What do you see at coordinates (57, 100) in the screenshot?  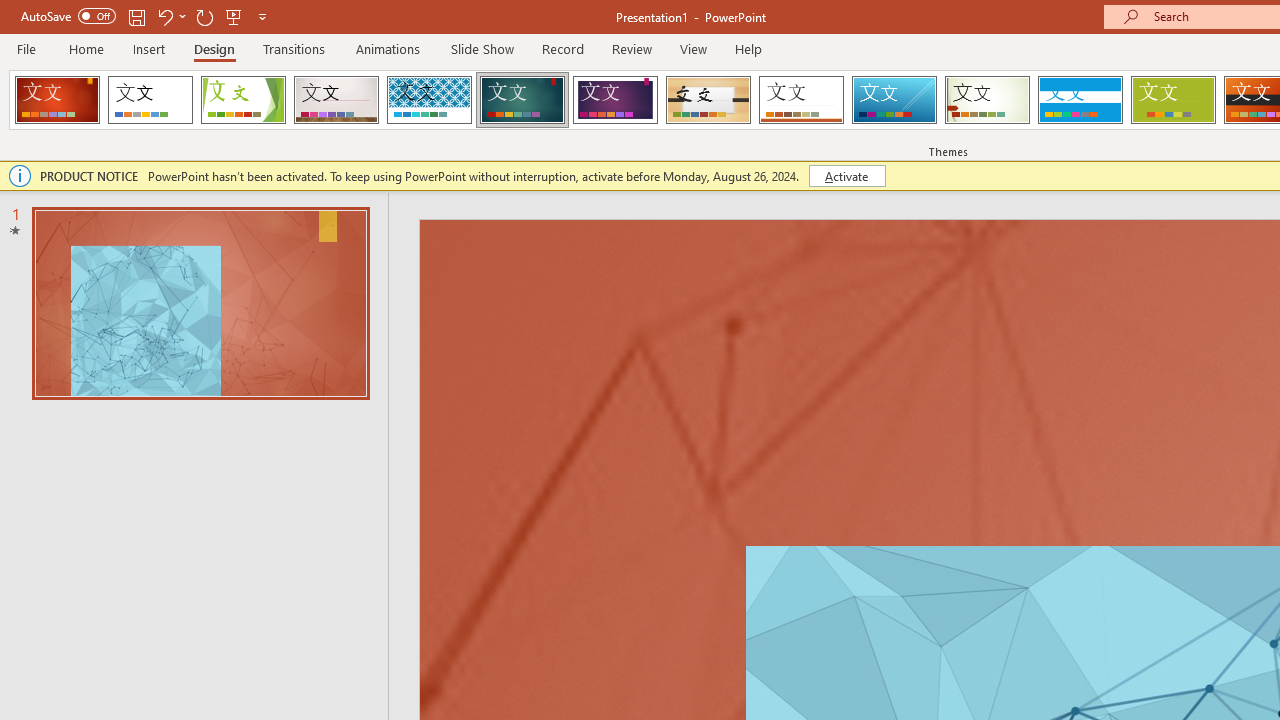 I see `'FadeVTI'` at bounding box center [57, 100].